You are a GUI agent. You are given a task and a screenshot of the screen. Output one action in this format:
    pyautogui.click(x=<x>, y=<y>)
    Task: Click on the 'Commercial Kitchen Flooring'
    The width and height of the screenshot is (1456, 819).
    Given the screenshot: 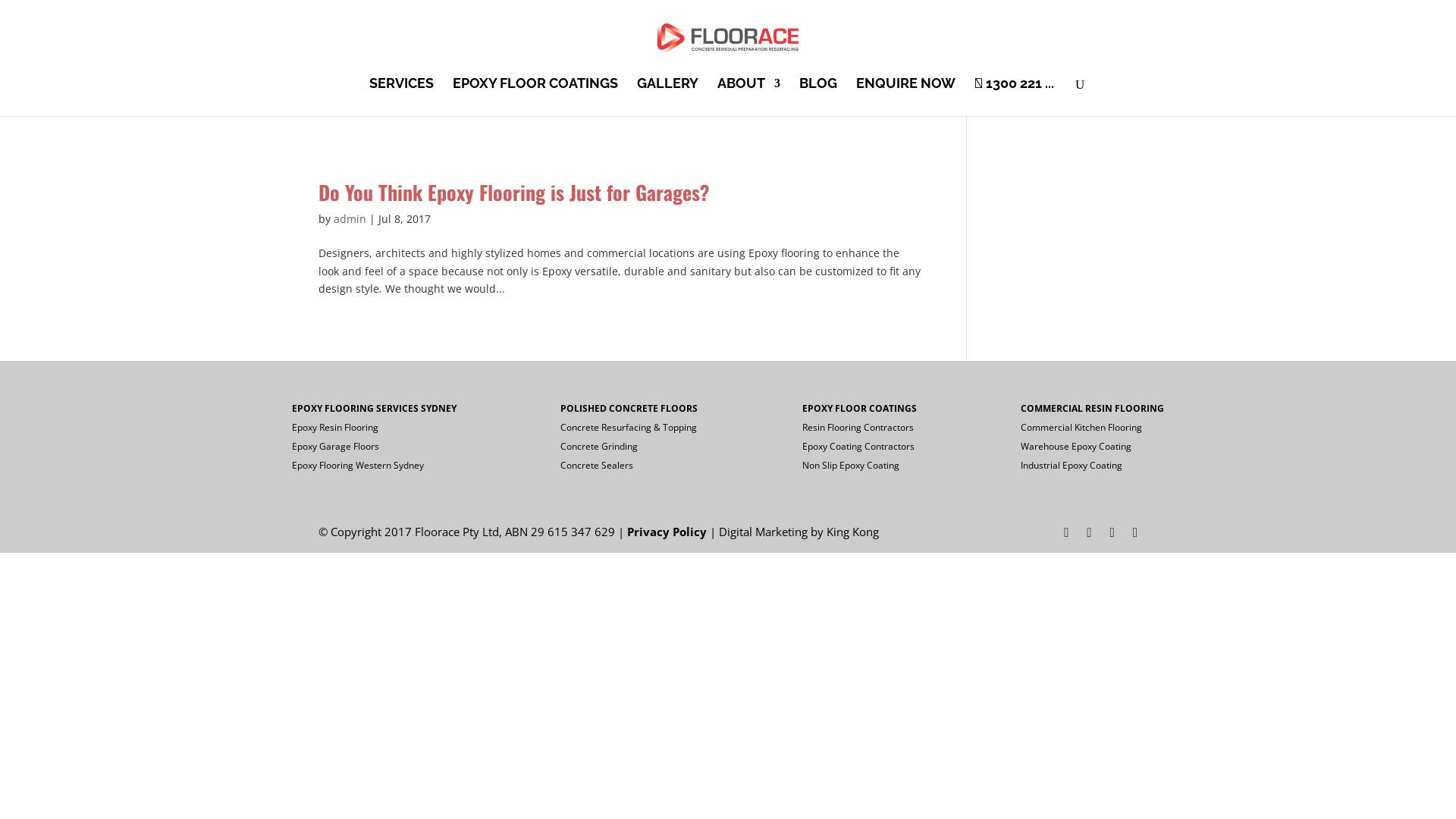 What is the action you would take?
    pyautogui.click(x=1080, y=427)
    